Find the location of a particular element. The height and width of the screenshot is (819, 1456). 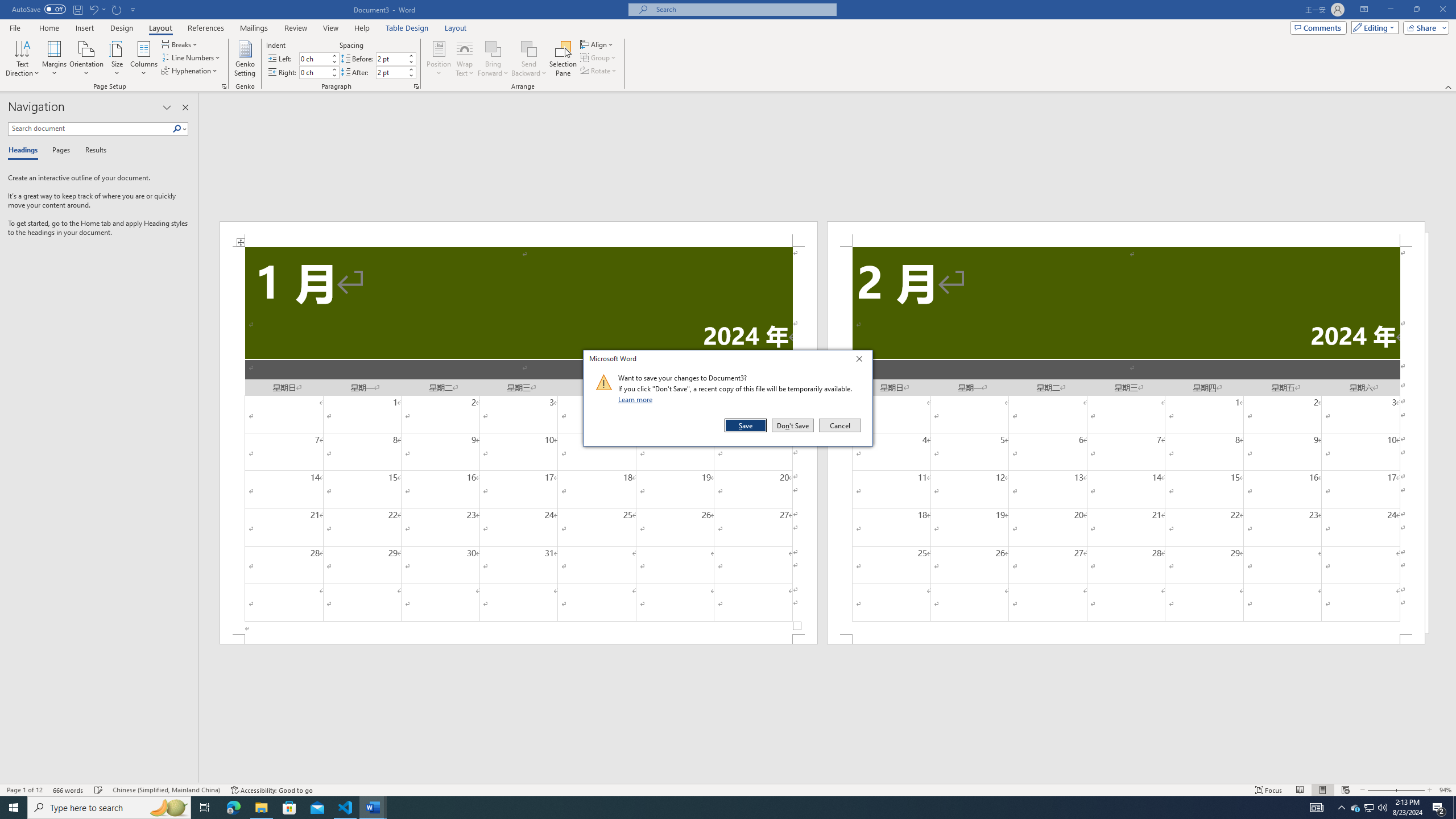

'Send Backward' is located at coordinates (528, 59).